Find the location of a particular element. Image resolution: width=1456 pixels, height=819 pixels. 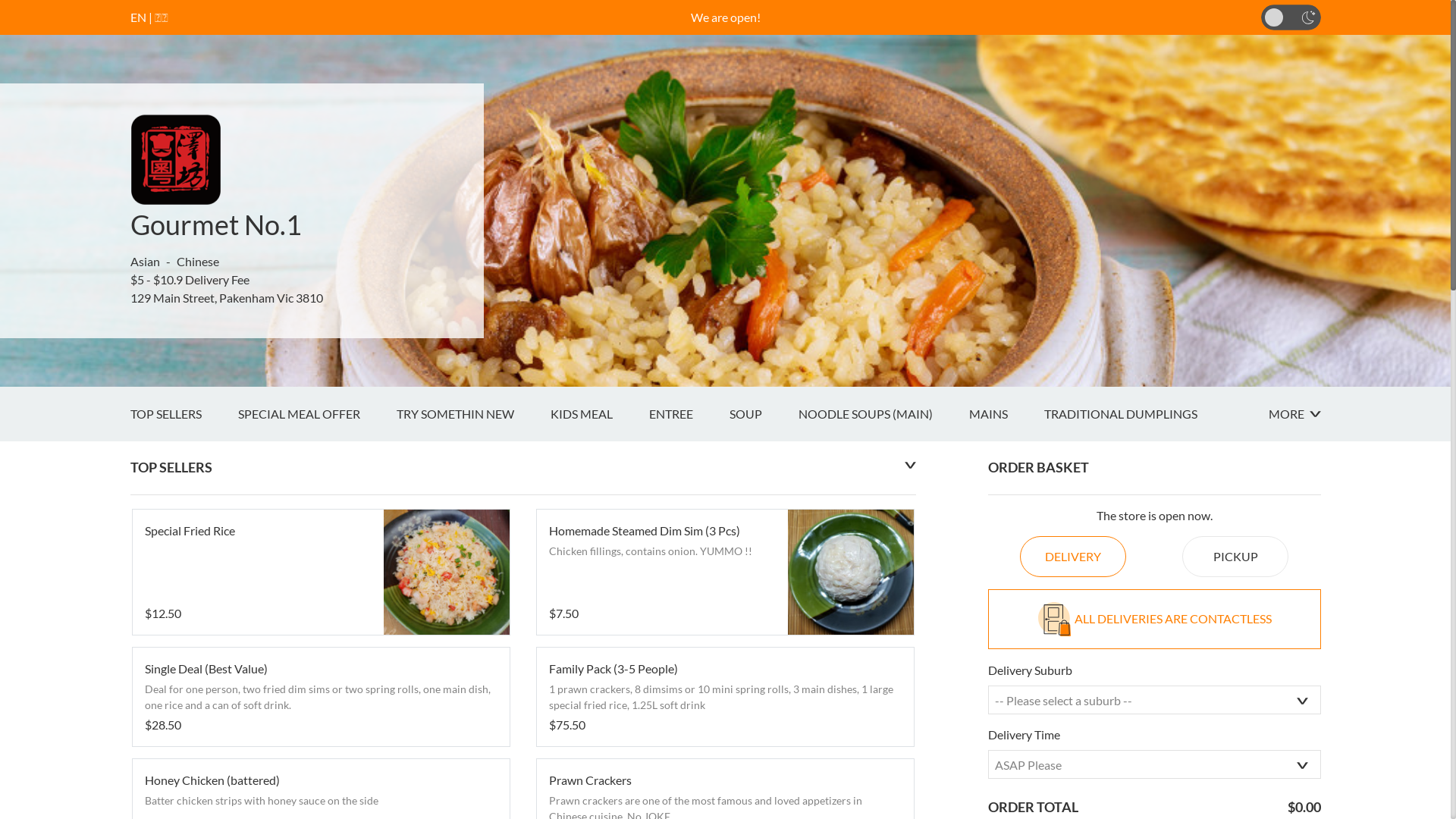

'PICKUP' is located at coordinates (1235, 556).